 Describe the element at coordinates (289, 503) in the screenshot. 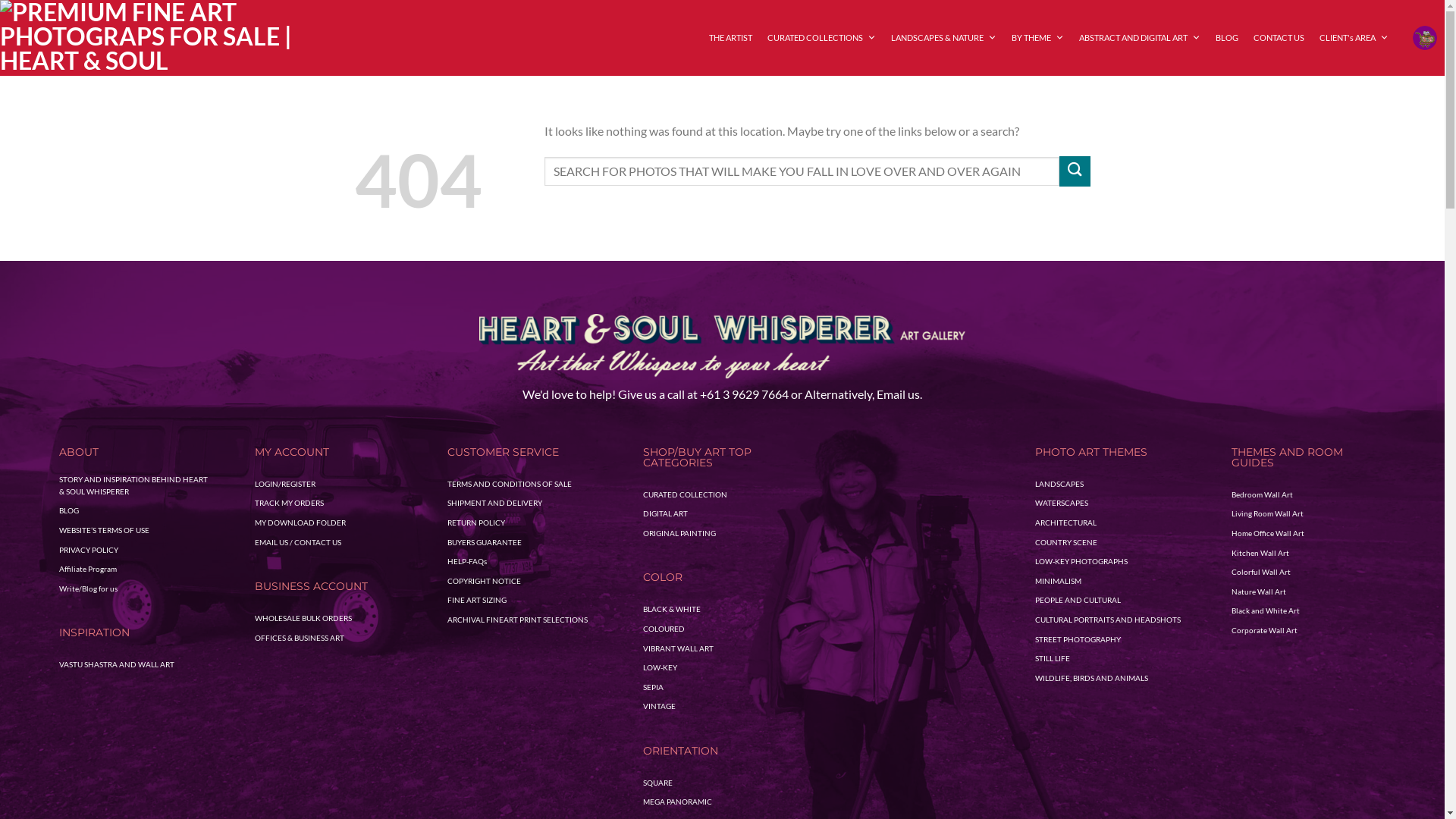

I see `'TRACK MY ORDERS'` at that location.